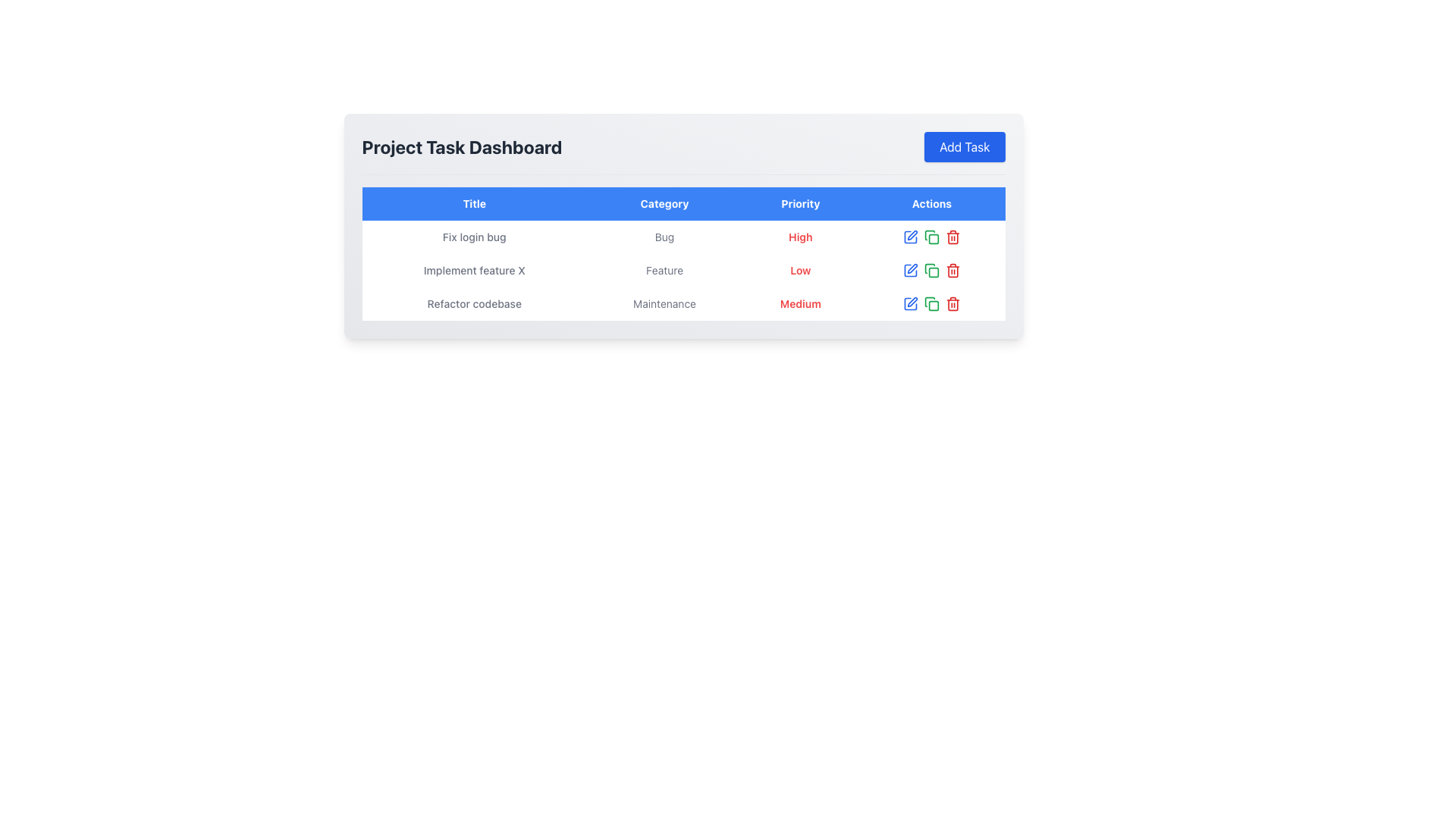 The height and width of the screenshot is (819, 1456). Describe the element at coordinates (473, 203) in the screenshot. I see `text content of the Table Header Cell labeled 'Title', which is a blue rectangular block with white bold text, located in the Project Task Dashboard` at that location.